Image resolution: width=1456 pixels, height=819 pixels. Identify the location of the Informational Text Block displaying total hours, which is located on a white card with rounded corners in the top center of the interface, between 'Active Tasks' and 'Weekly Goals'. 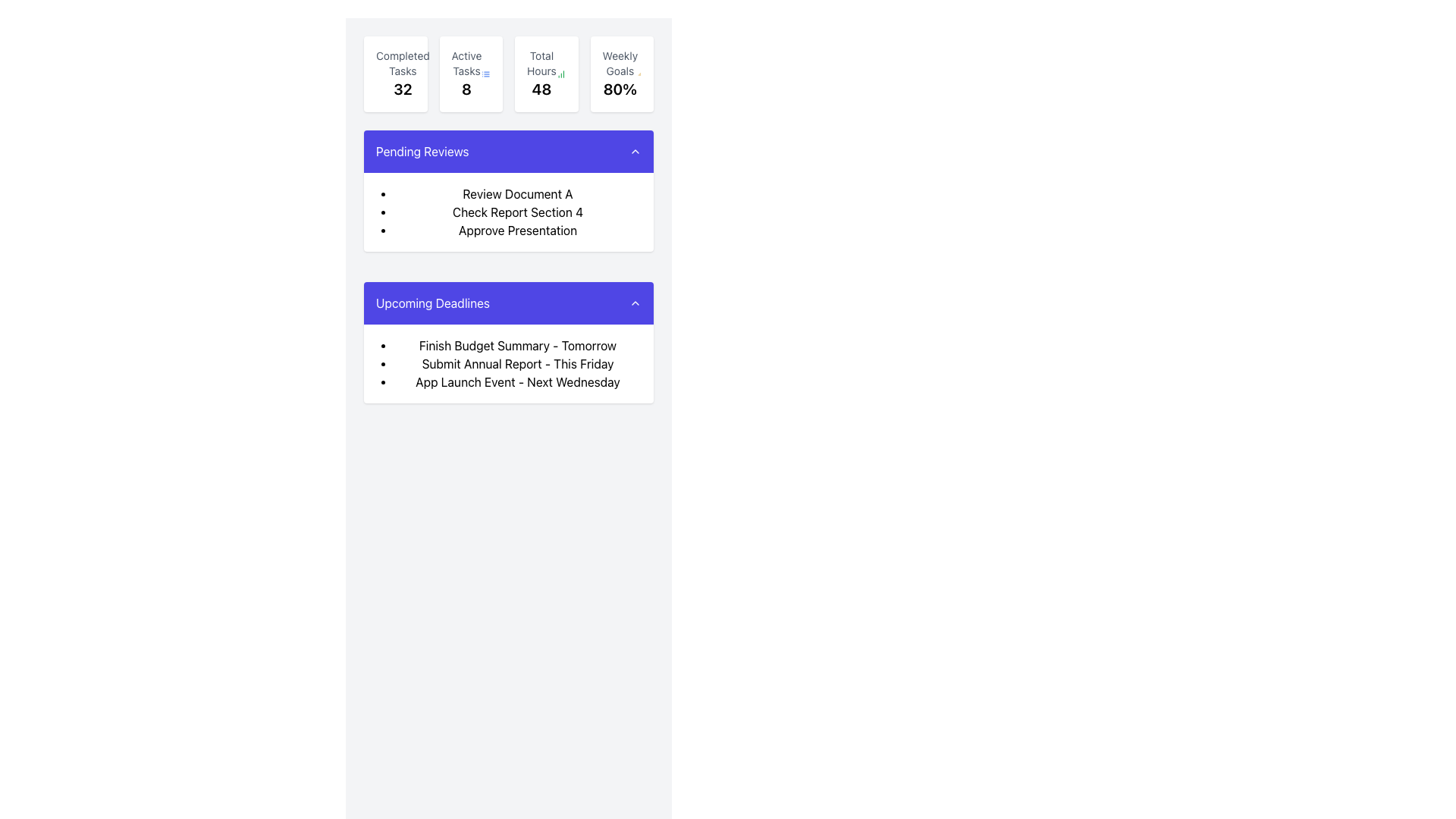
(541, 74).